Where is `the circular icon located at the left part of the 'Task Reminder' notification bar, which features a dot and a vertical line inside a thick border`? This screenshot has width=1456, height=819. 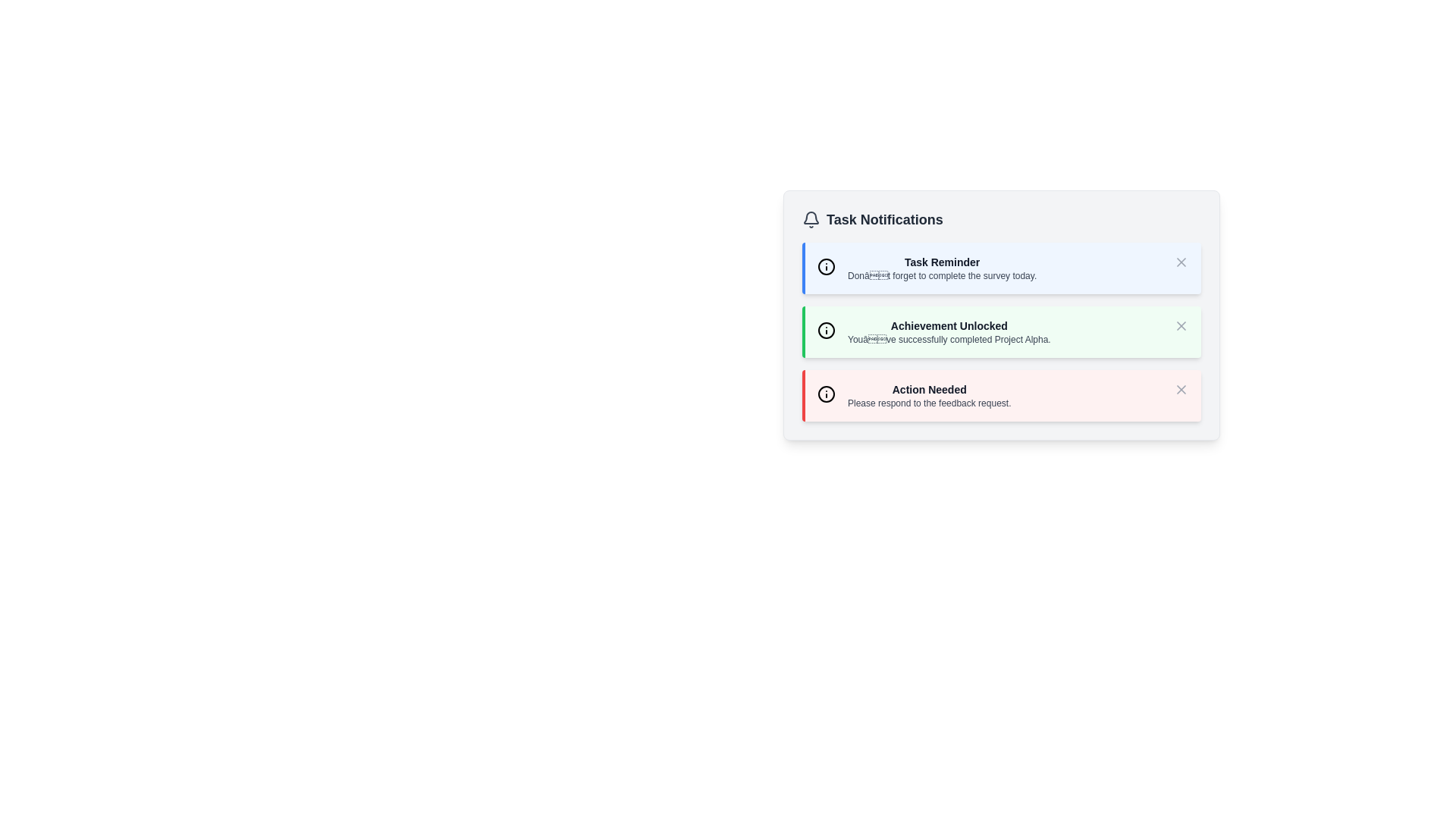 the circular icon located at the left part of the 'Task Reminder' notification bar, which features a dot and a vertical line inside a thick border is located at coordinates (825, 265).